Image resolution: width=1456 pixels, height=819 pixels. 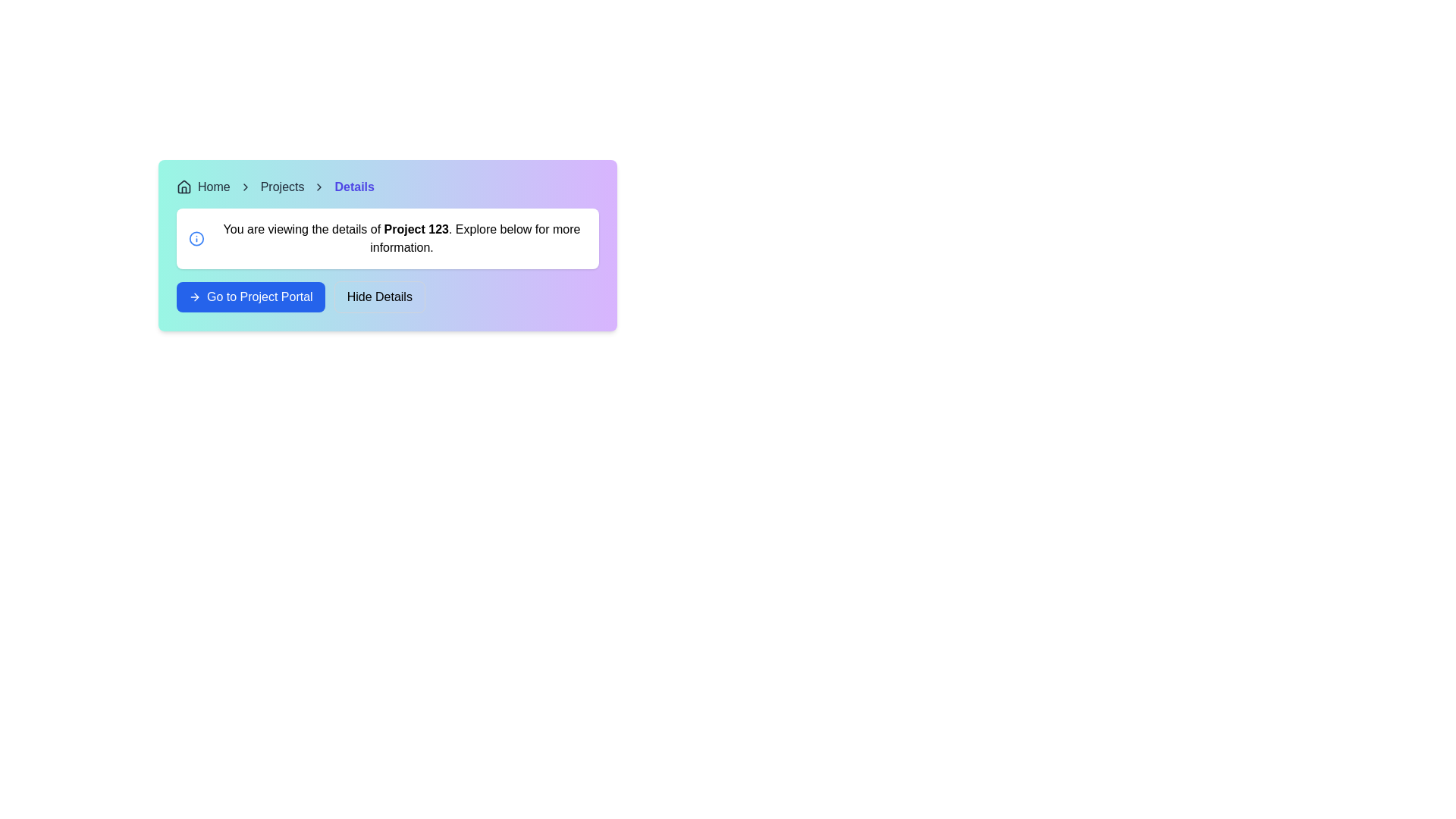 What do you see at coordinates (282, 186) in the screenshot?
I see `the 'Projects' hyperlink in the breadcrumb navigation bar` at bounding box center [282, 186].